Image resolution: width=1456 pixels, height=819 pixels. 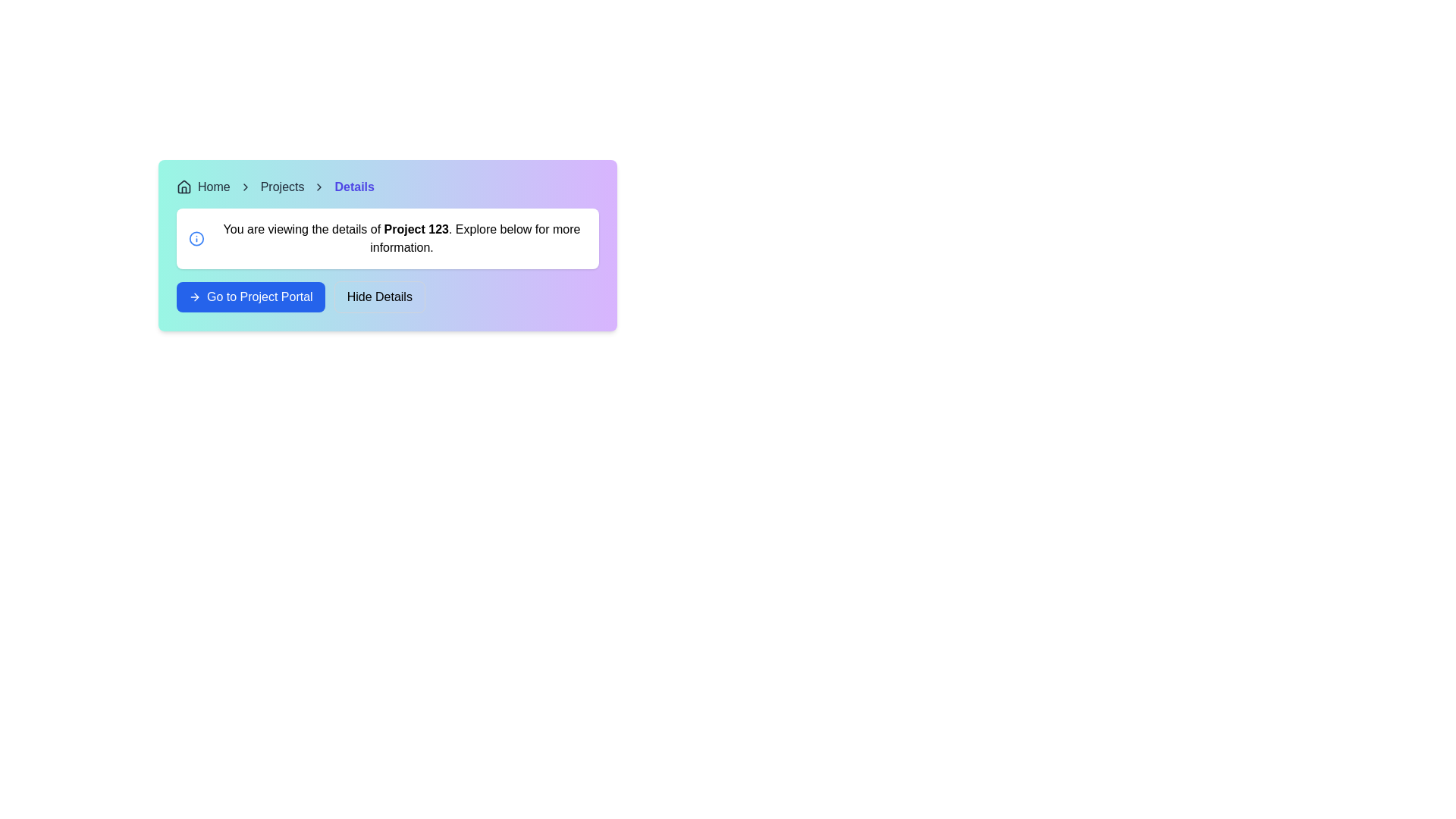 What do you see at coordinates (282, 186) in the screenshot?
I see `the 'Projects' hyperlink in the breadcrumb navigation bar` at bounding box center [282, 186].